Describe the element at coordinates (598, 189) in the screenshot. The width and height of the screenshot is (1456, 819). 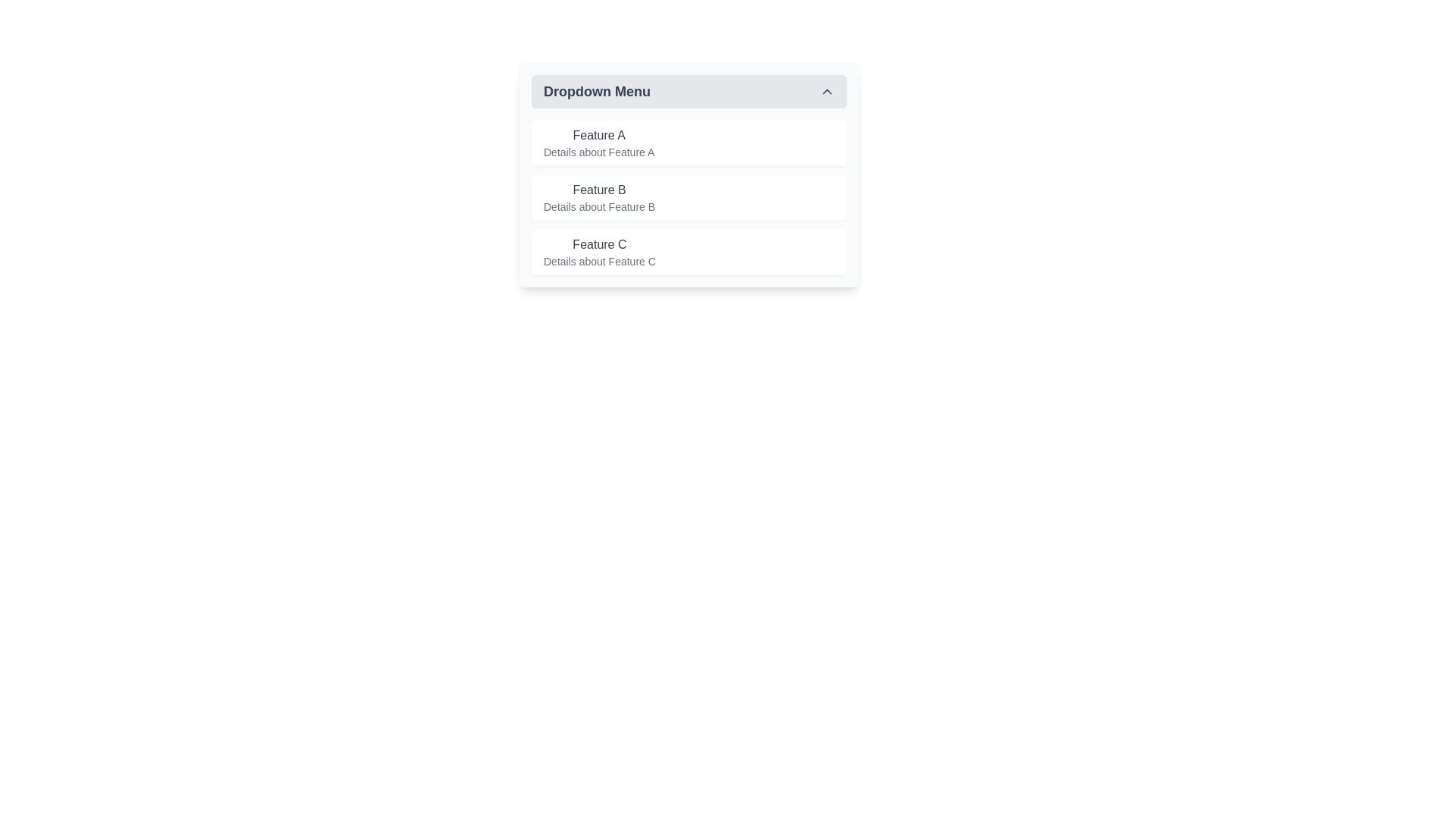
I see `title 'Feature B' from the Text Label or Heading which serves as a title for the corresponding feature in the dropdown menu` at that location.